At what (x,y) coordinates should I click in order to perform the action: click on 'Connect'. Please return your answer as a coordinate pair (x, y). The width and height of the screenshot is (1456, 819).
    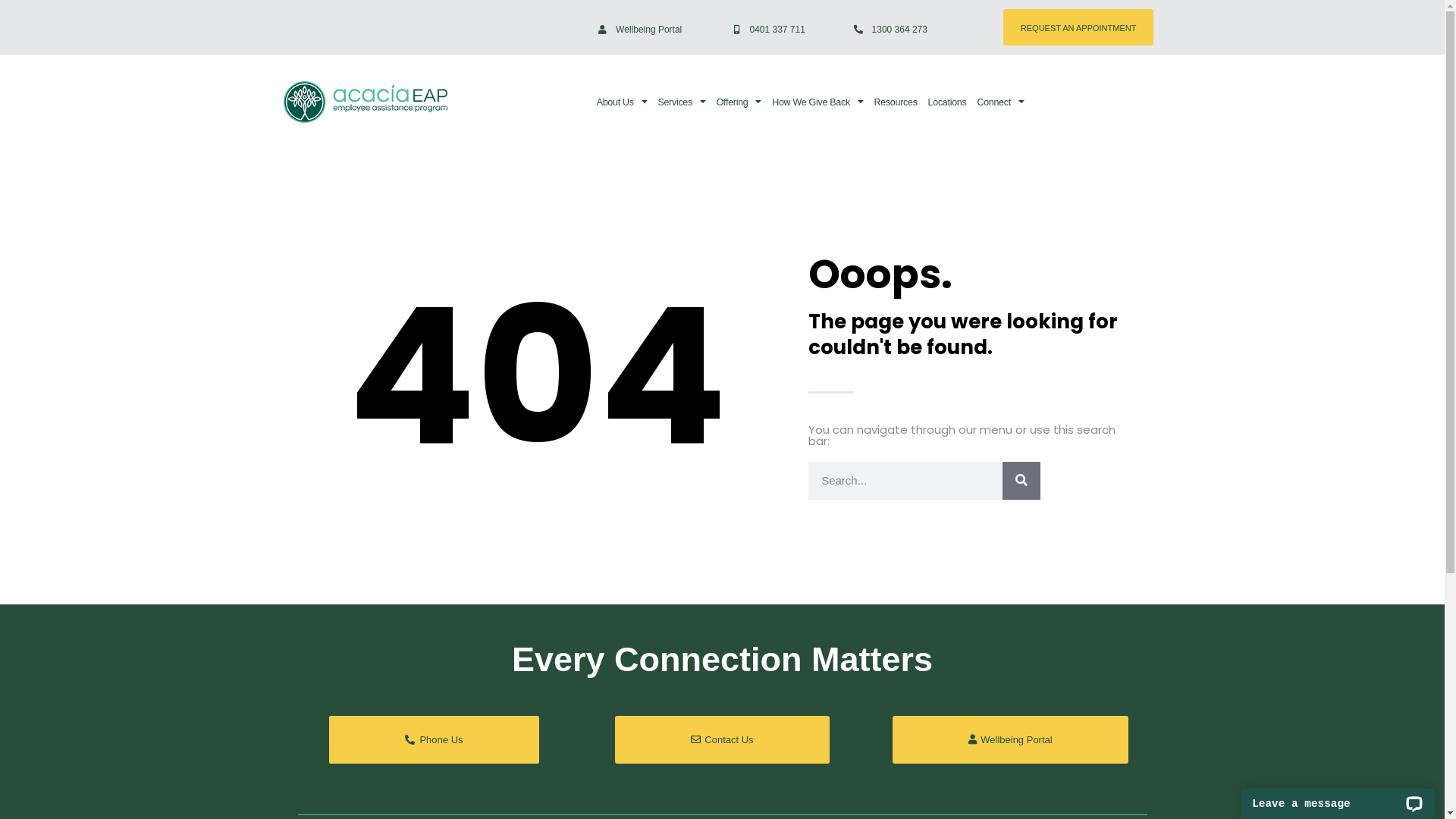
    Looking at the image, I should click on (1000, 102).